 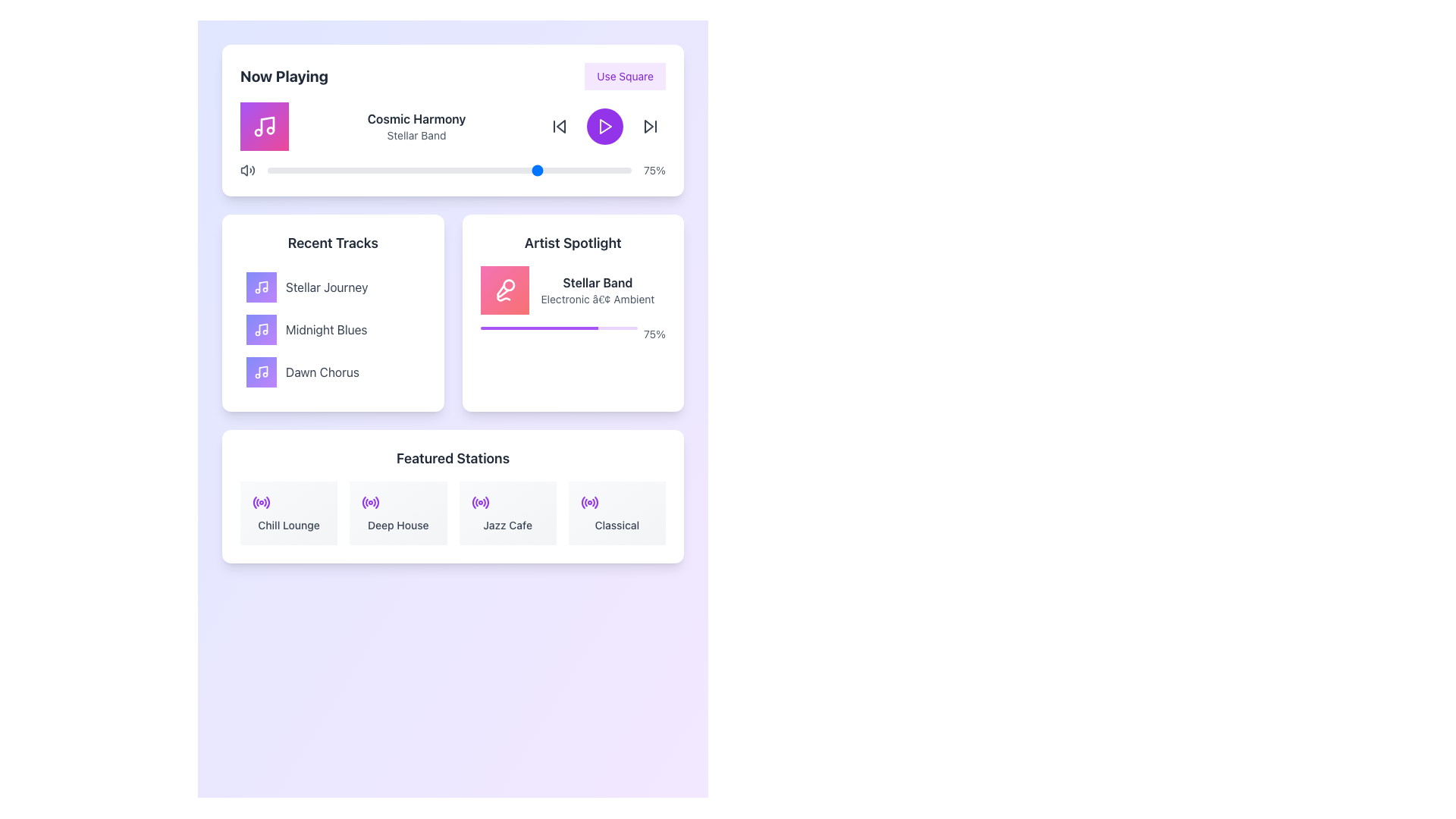 What do you see at coordinates (617, 525) in the screenshot?
I see `the 'Classical' station label located inside the fourth card in the 'Featured Stations' section` at bounding box center [617, 525].